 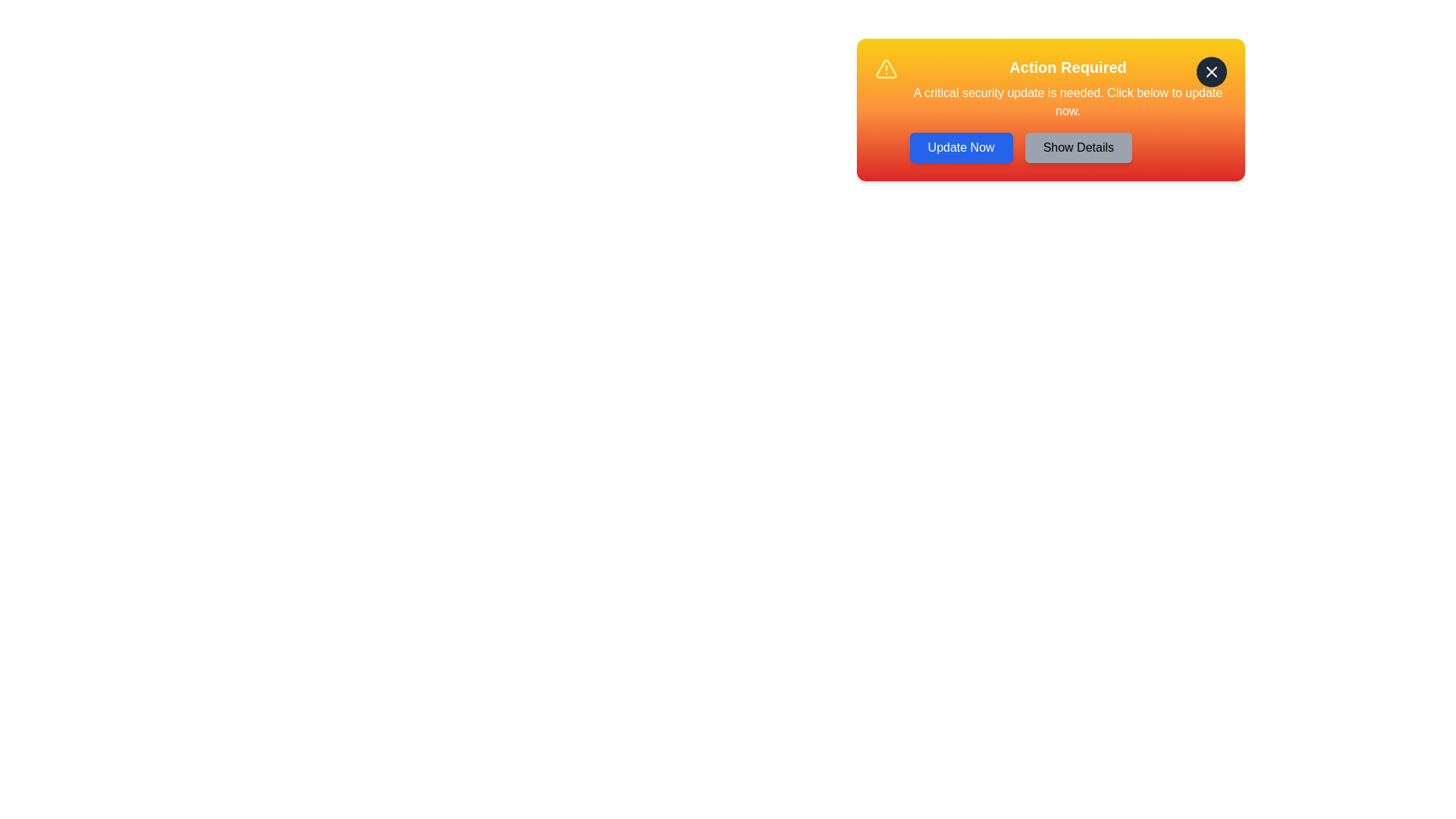 What do you see at coordinates (960, 148) in the screenshot?
I see `'Update Now' button to trigger the update prompt` at bounding box center [960, 148].